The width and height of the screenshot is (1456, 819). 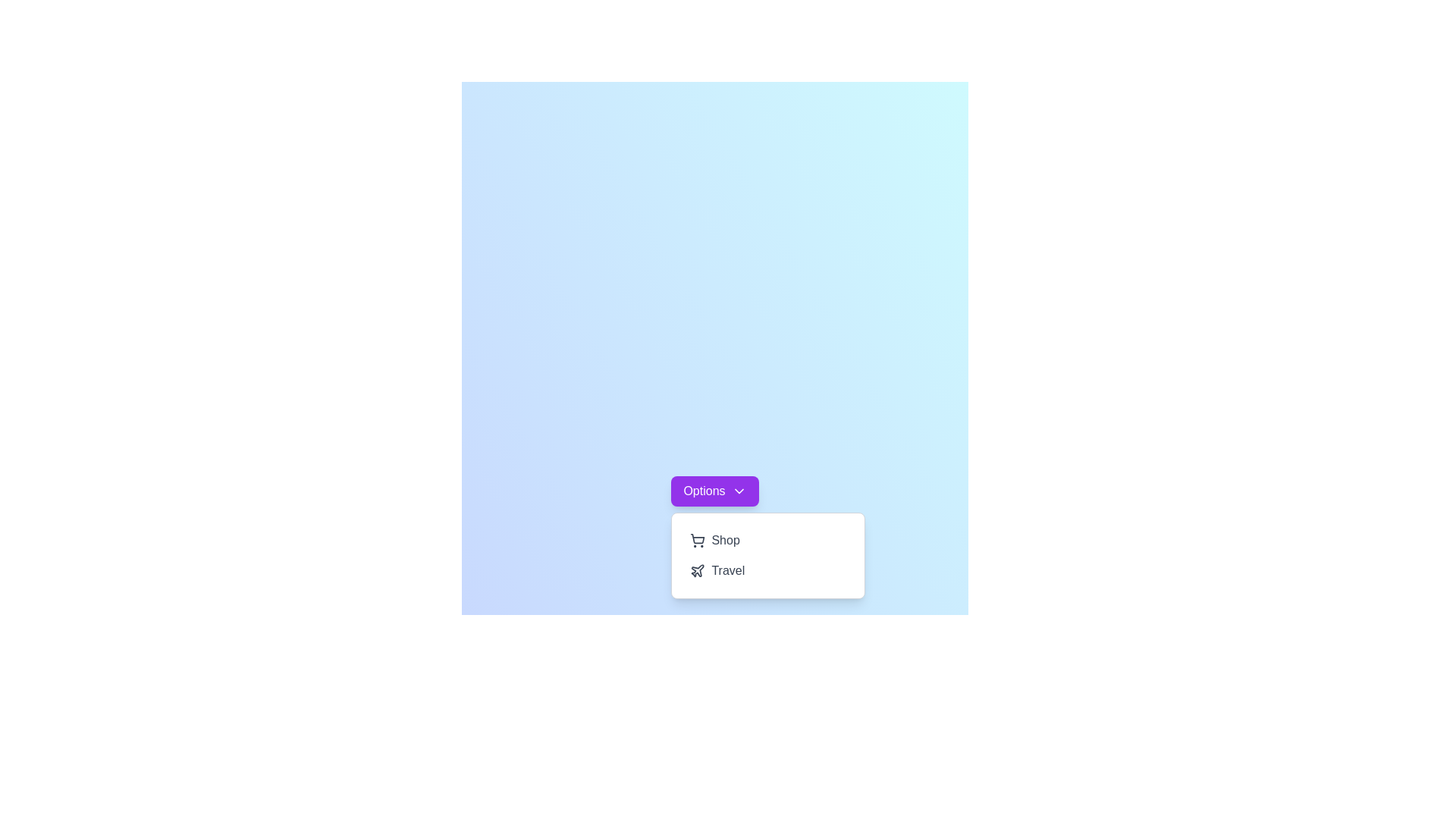 I want to click on the dropdown panel containing selectable options with 'Shop' and 'Travel', so click(x=768, y=555).